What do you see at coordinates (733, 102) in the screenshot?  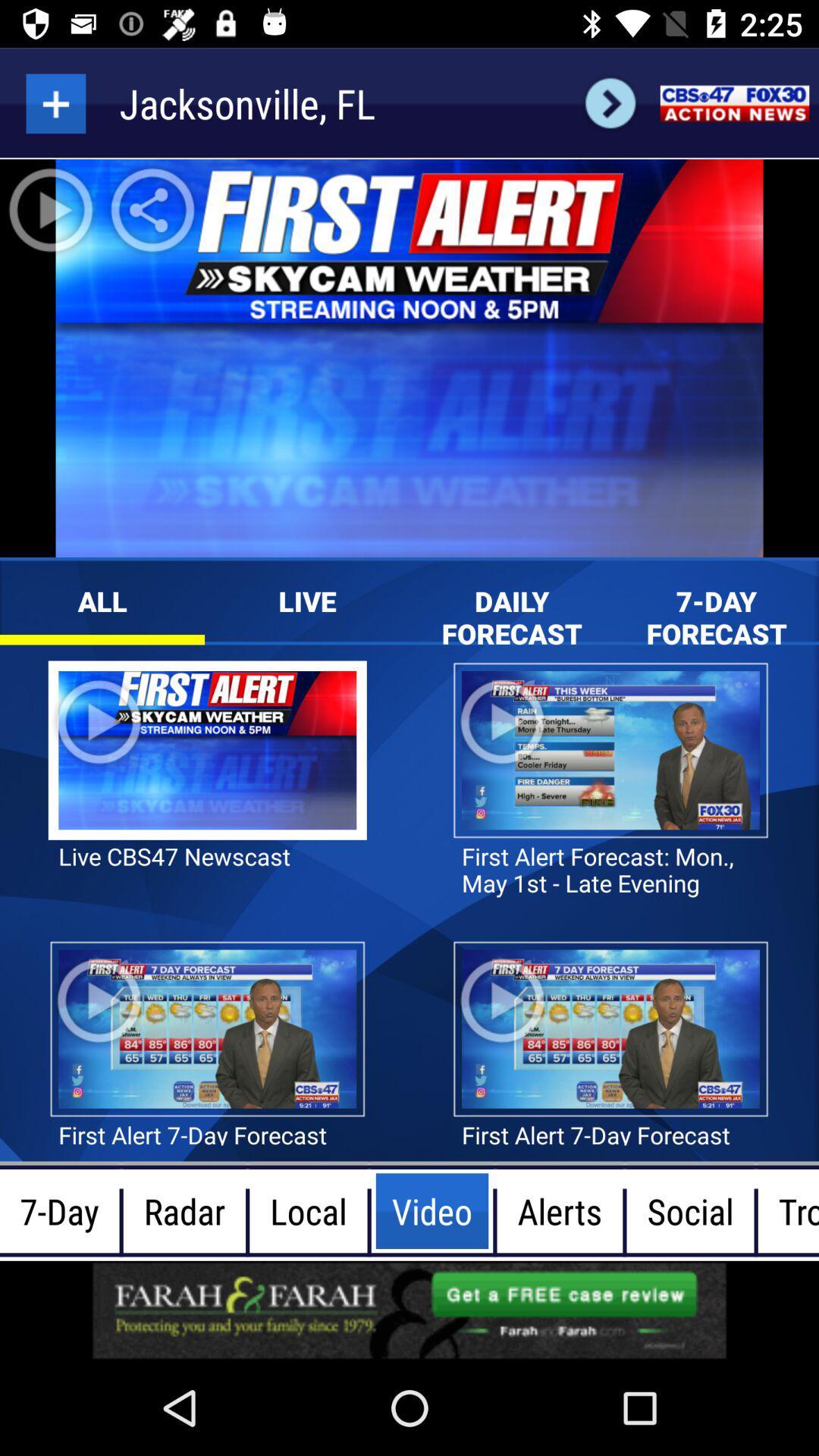 I see `the news homepage` at bounding box center [733, 102].